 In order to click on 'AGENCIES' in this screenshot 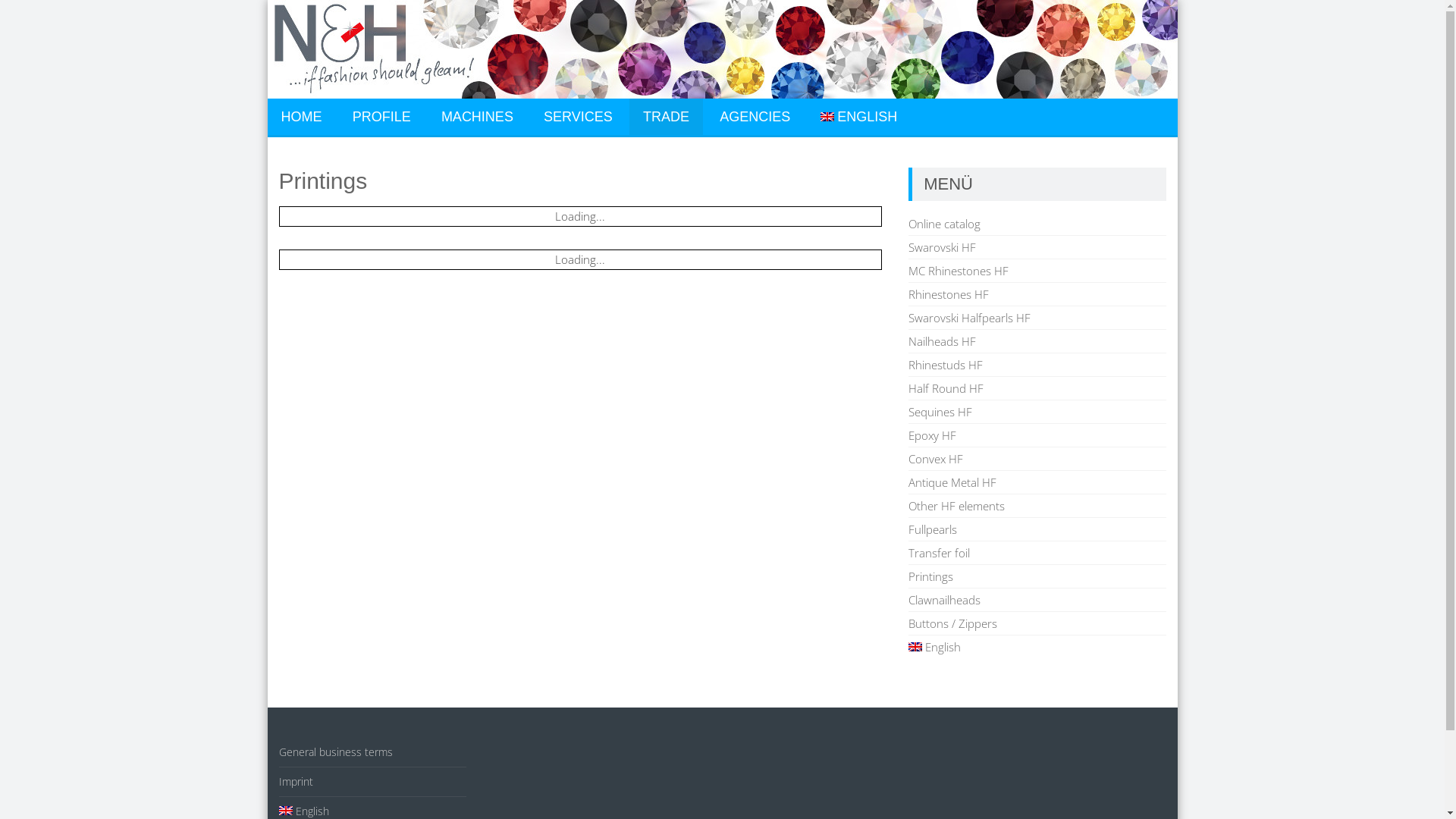, I will do `click(755, 116)`.